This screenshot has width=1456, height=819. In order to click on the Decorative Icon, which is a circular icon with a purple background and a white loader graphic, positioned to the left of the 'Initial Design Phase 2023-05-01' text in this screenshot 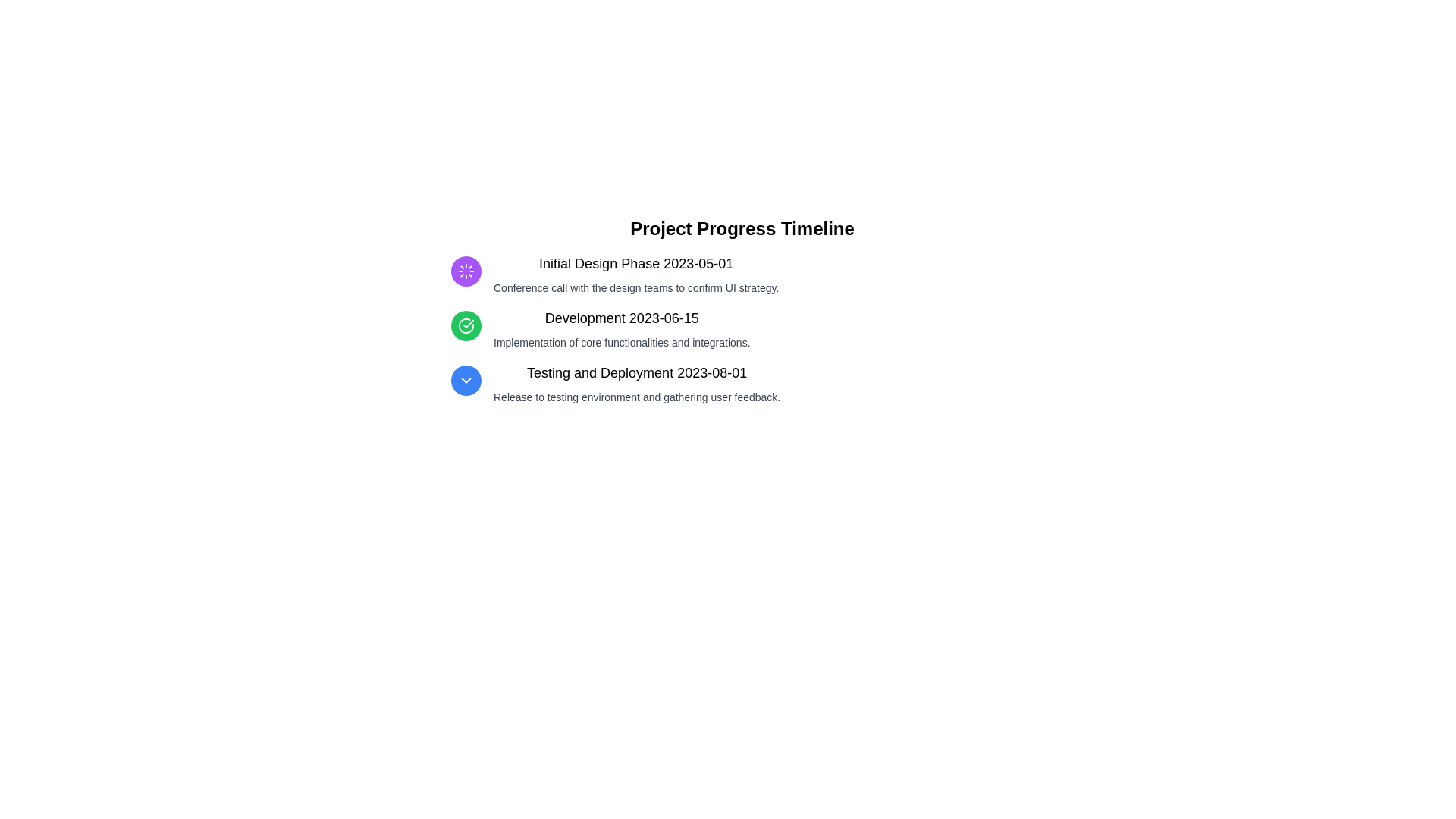, I will do `click(465, 271)`.